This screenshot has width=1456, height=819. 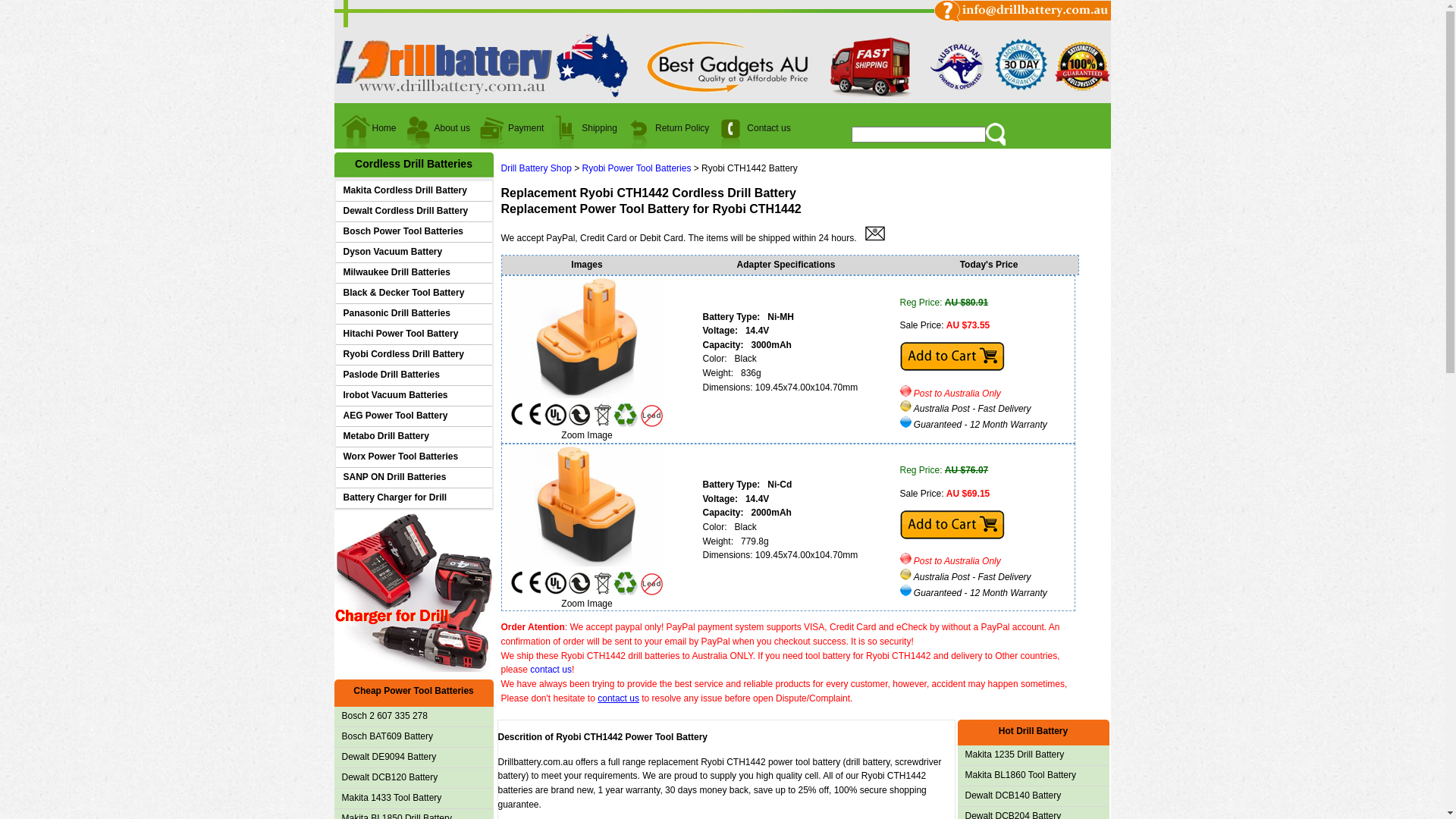 I want to click on 'Contact us', so click(x=716, y=133).